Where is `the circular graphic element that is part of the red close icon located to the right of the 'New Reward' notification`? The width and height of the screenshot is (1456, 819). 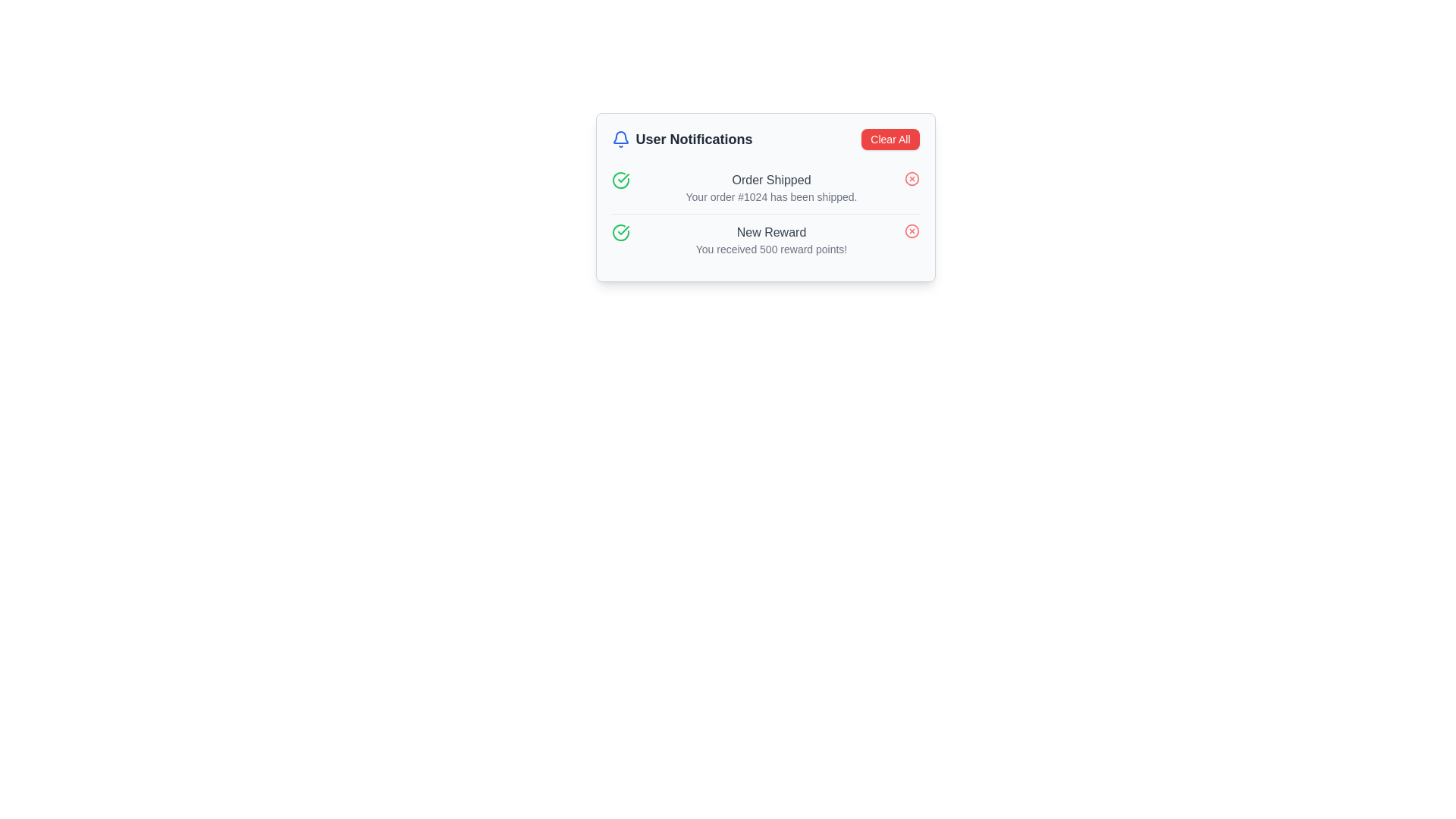
the circular graphic element that is part of the red close icon located to the right of the 'New Reward' notification is located at coordinates (911, 231).